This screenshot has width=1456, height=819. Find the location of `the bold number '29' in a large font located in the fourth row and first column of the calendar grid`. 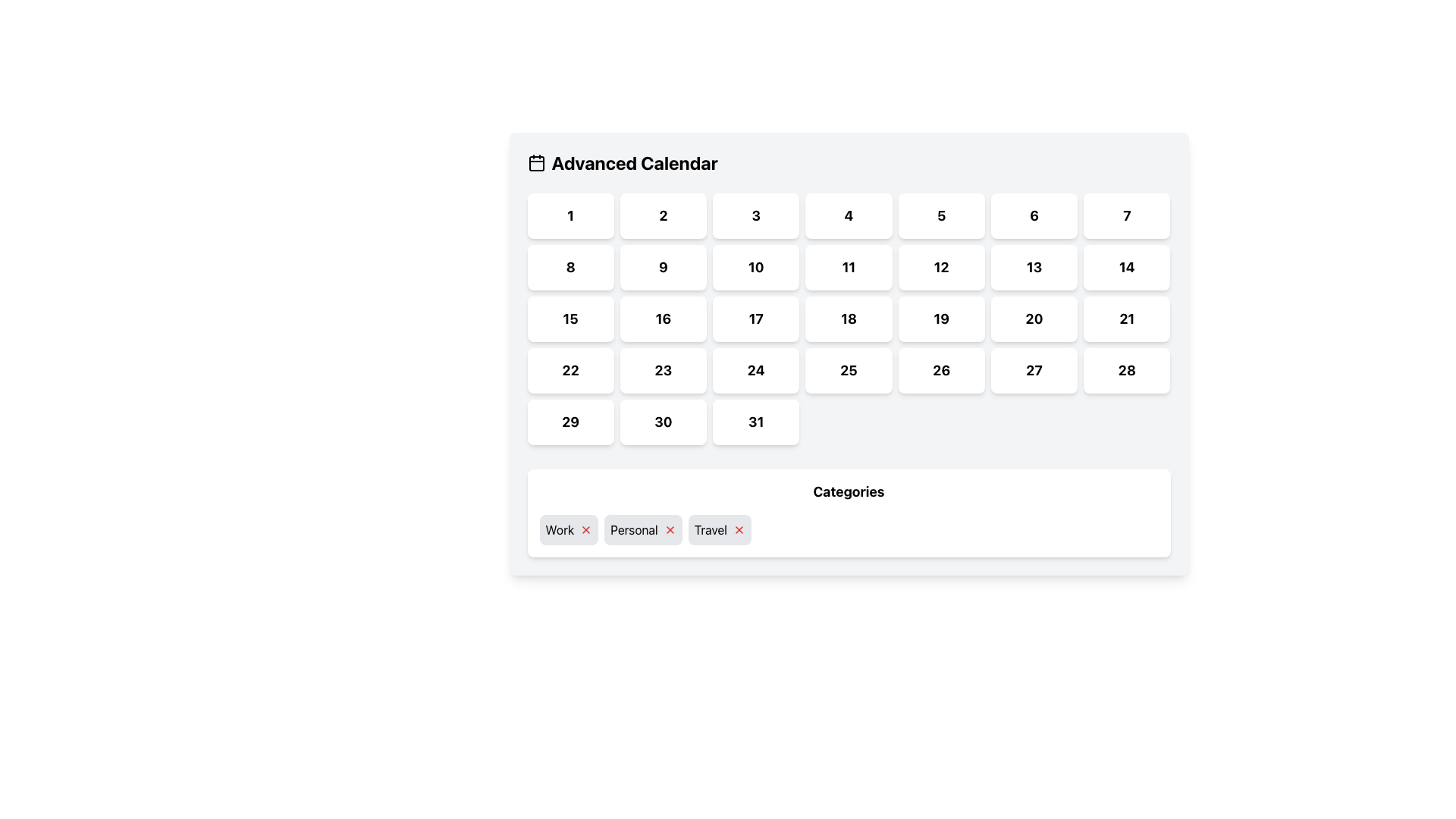

the bold number '29' in a large font located in the fourth row and first column of the calendar grid is located at coordinates (570, 422).